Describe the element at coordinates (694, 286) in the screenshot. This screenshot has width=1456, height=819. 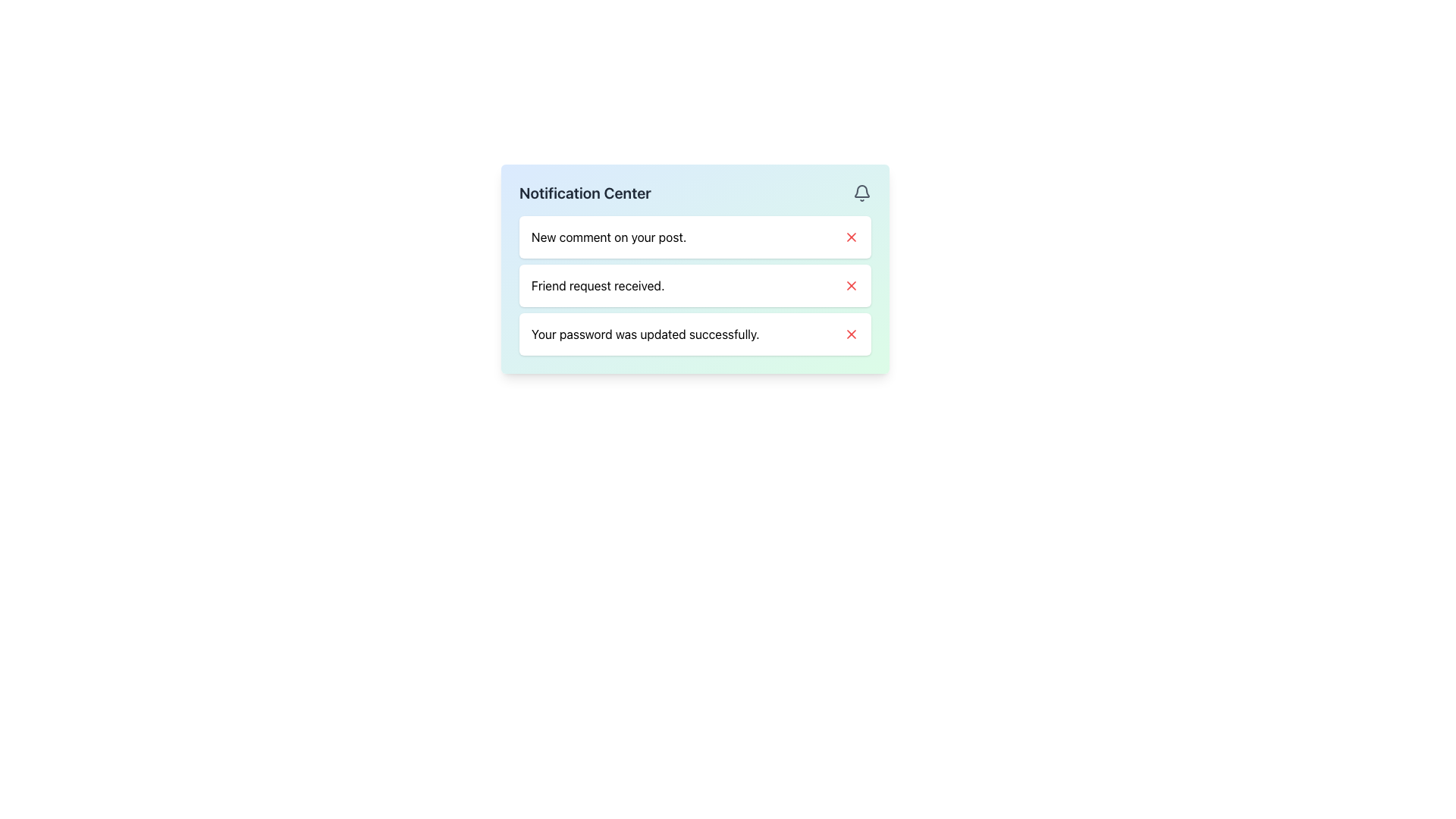
I see `the second notification card in the Notification Center that displays 'Friend request received.'` at that location.